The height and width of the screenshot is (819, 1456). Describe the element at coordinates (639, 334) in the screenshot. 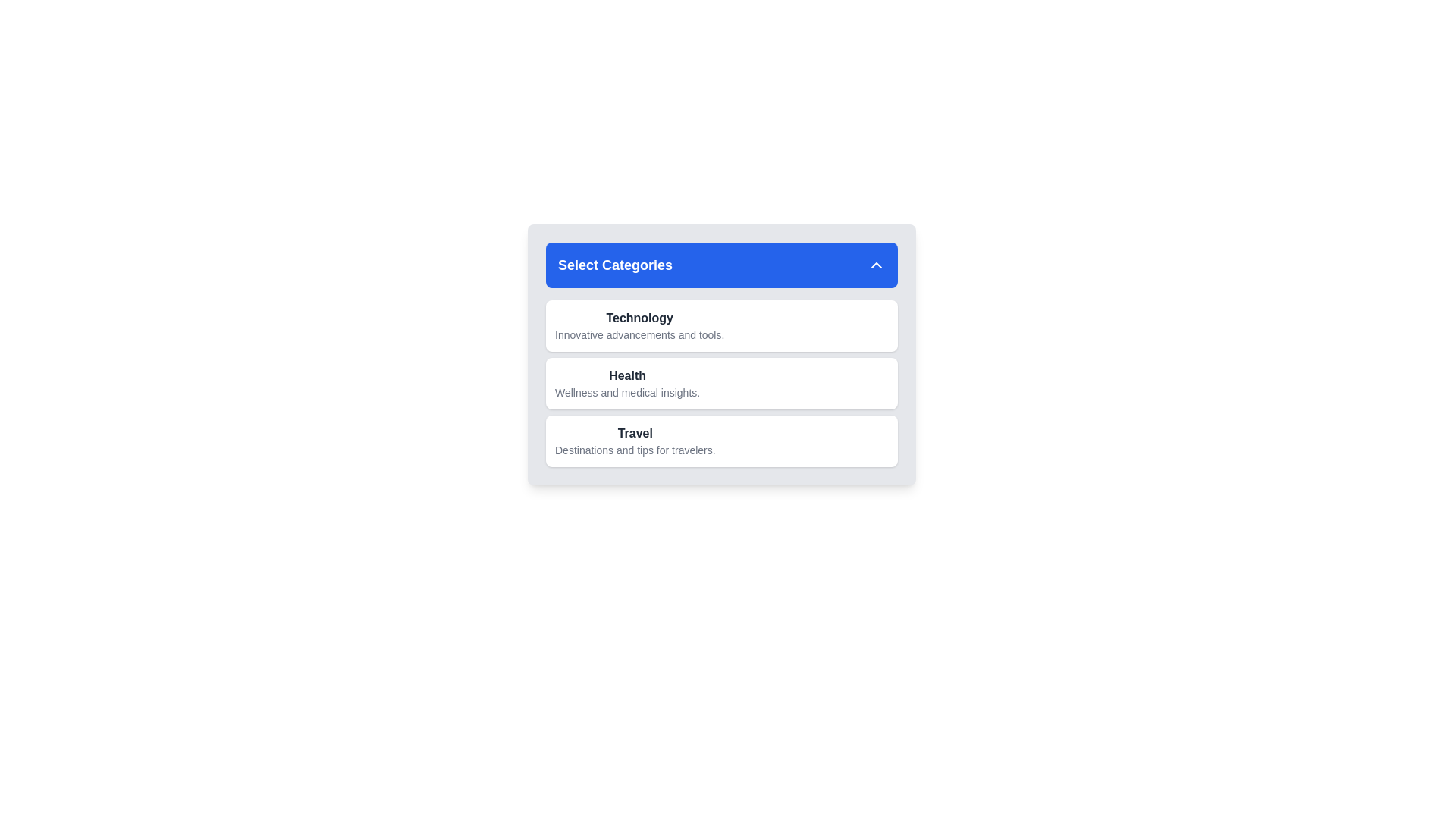

I see `description text that says 'Innovative advancements and tools.', which is small, gray text located below the 'Technology' text element in the first option group` at that location.